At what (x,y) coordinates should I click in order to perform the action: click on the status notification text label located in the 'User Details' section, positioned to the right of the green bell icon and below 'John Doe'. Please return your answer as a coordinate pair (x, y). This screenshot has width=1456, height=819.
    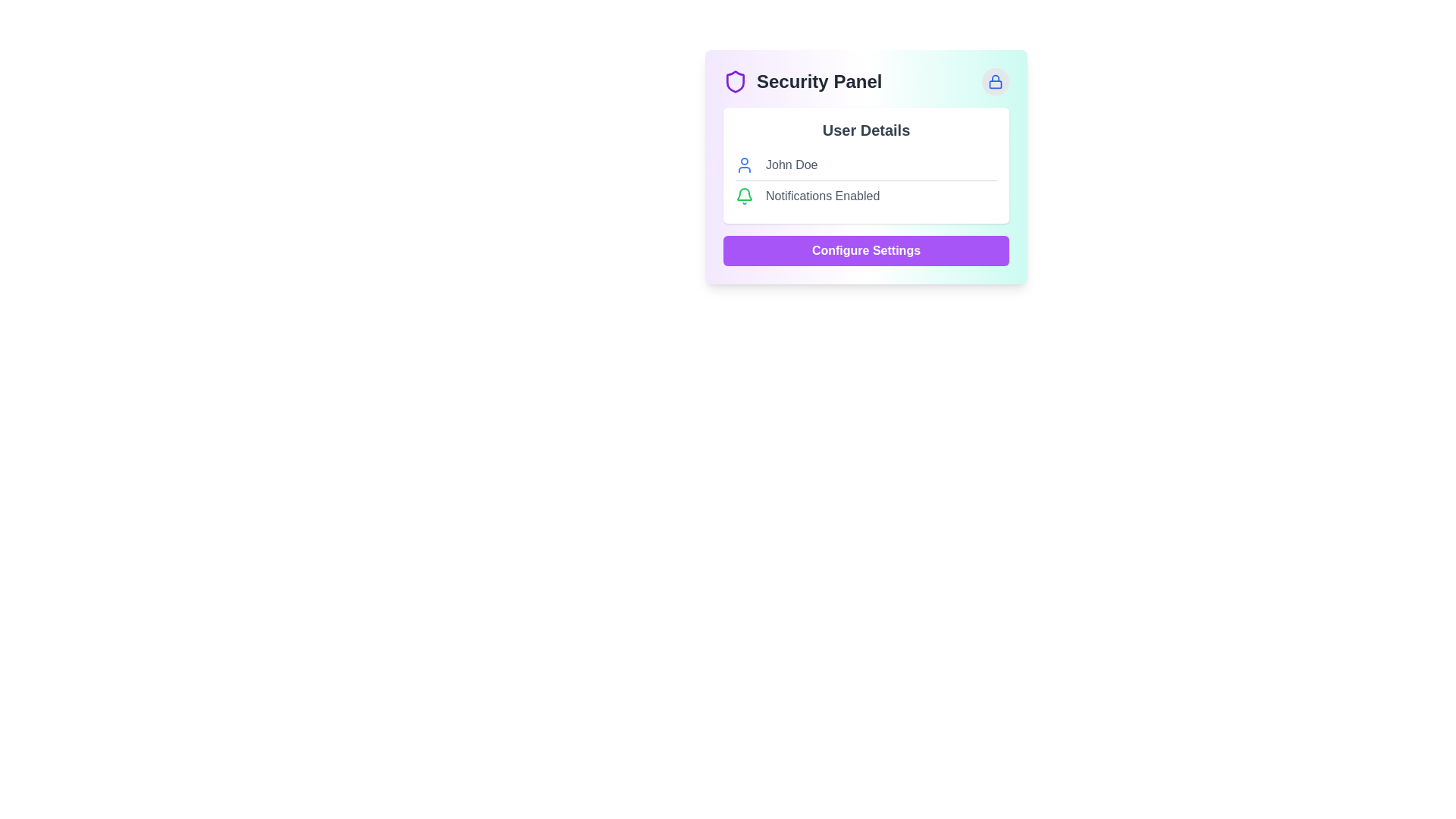
    Looking at the image, I should click on (822, 195).